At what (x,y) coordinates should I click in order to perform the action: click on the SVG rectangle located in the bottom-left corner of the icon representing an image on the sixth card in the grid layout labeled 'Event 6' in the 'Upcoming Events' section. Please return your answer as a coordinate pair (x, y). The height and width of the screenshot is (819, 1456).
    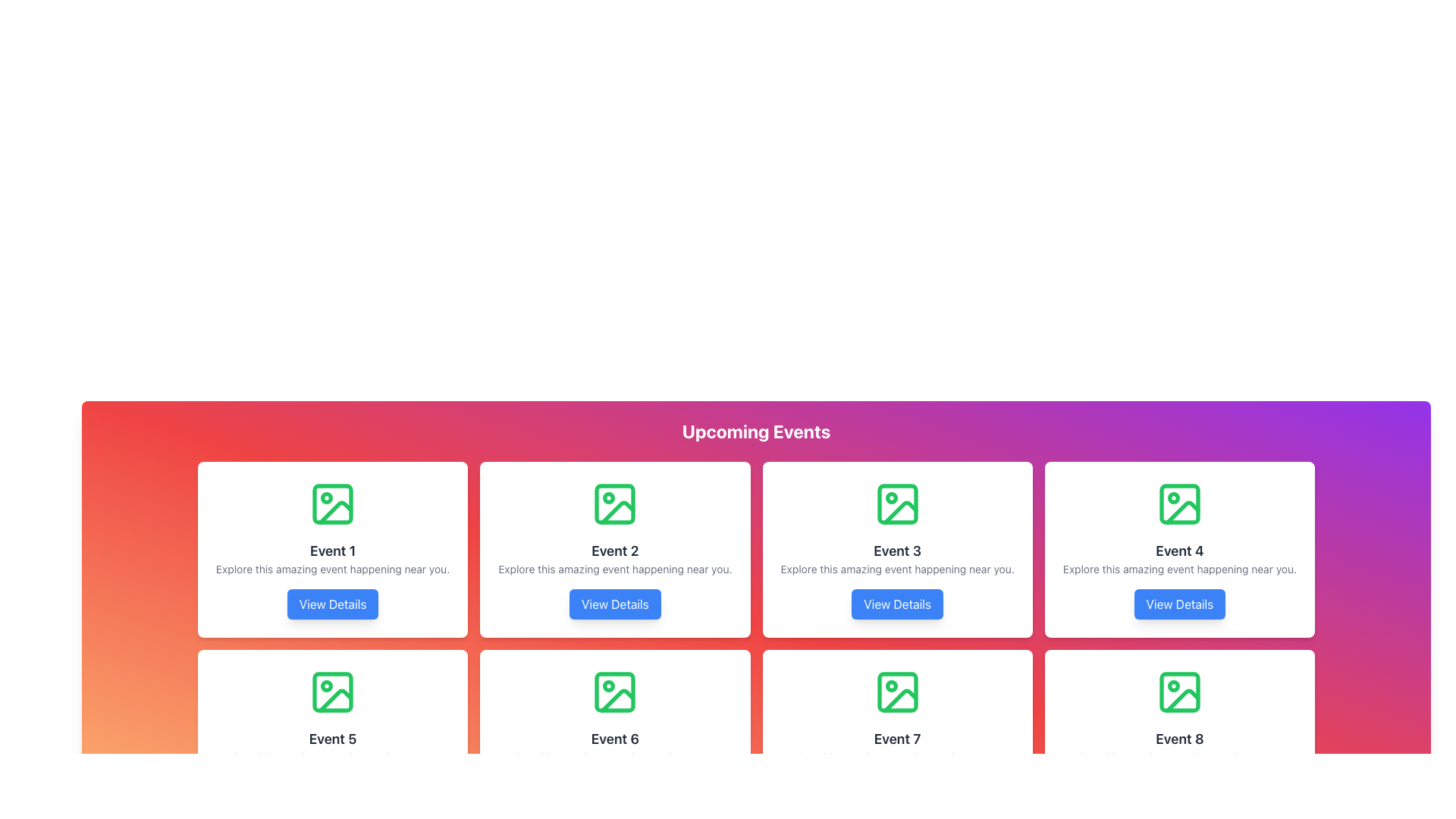
    Looking at the image, I should click on (615, 692).